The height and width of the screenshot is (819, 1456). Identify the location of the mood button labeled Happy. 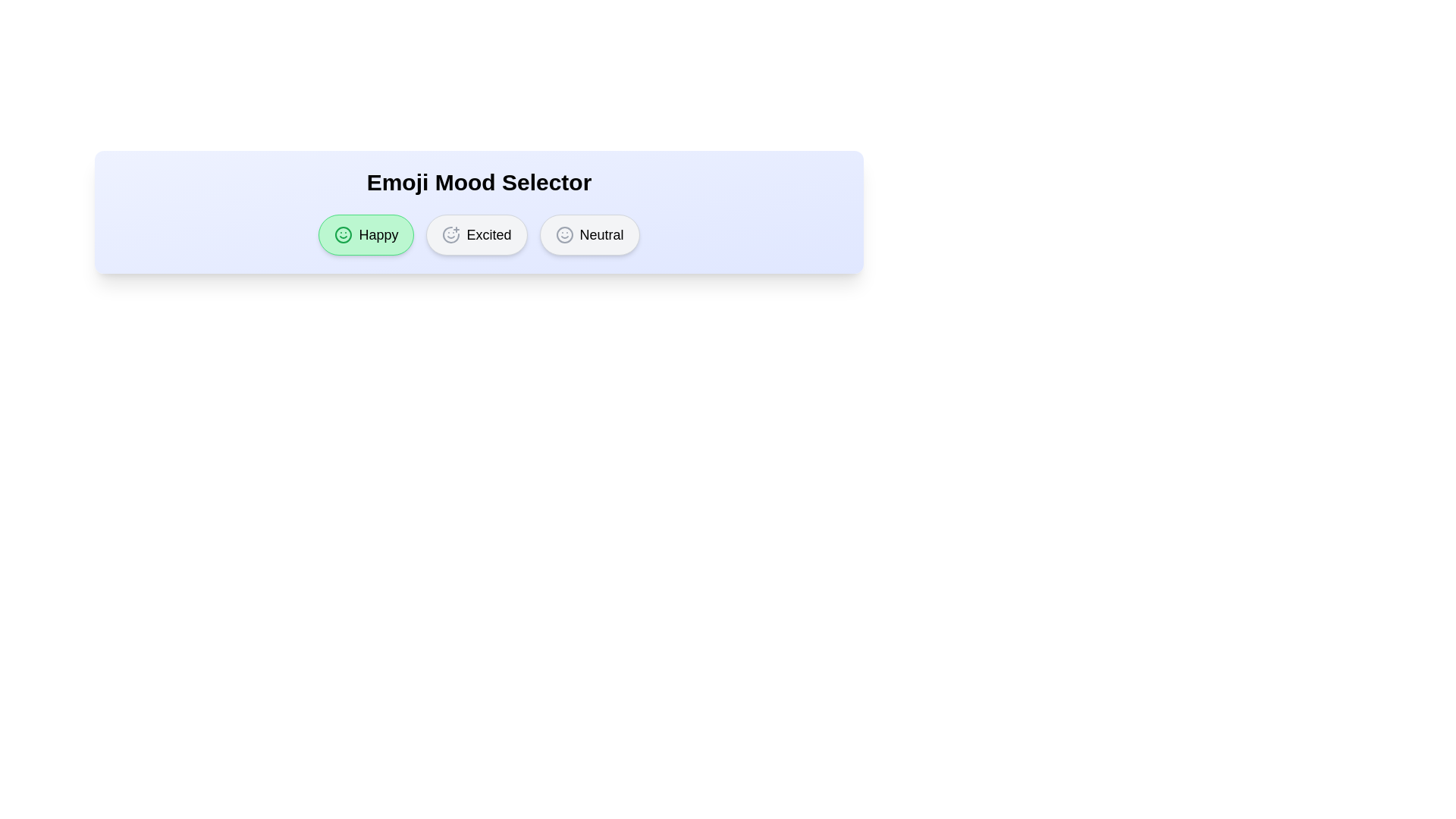
(366, 234).